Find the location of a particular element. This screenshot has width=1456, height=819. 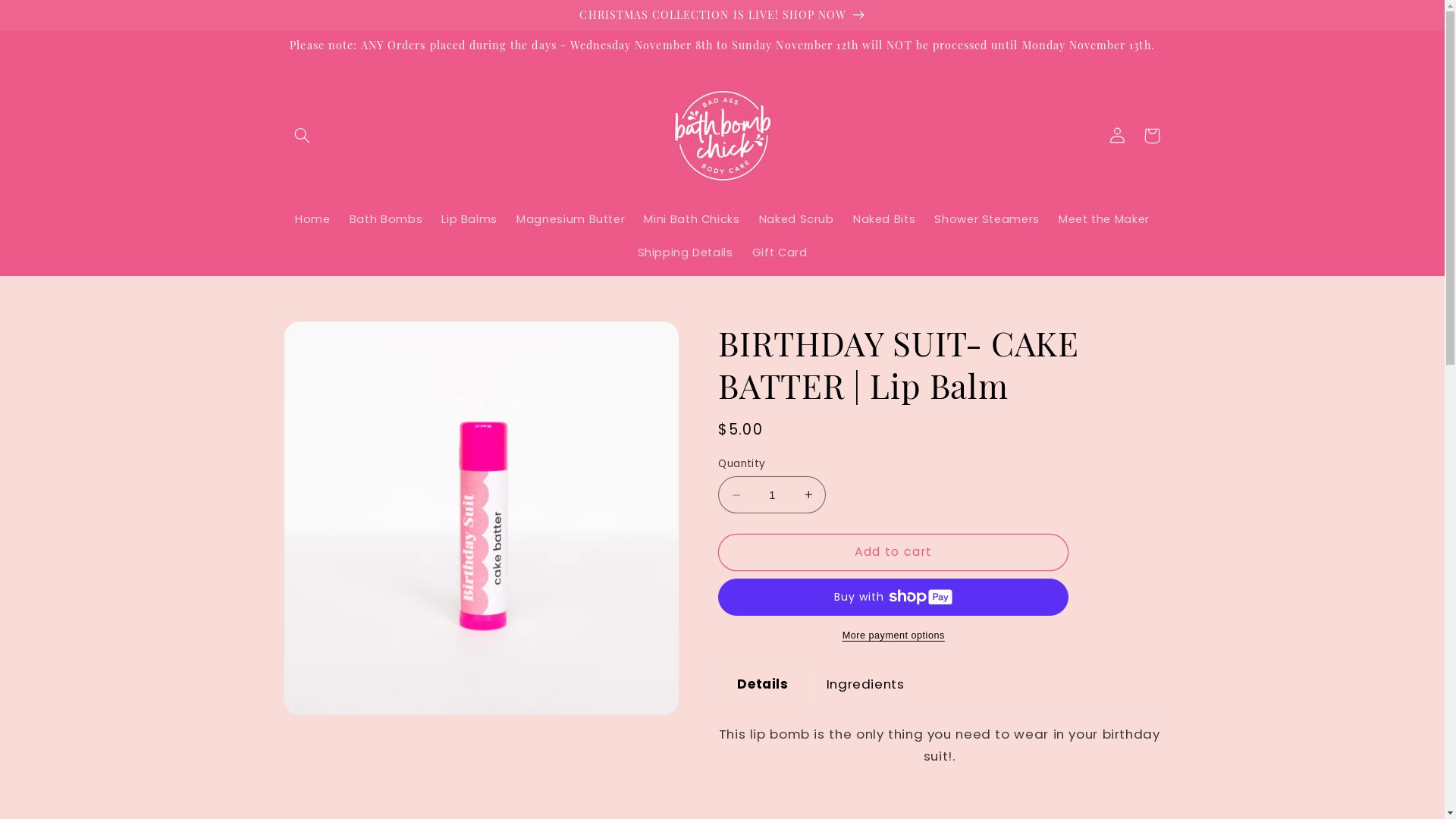

'Shower Steamers' is located at coordinates (987, 219).